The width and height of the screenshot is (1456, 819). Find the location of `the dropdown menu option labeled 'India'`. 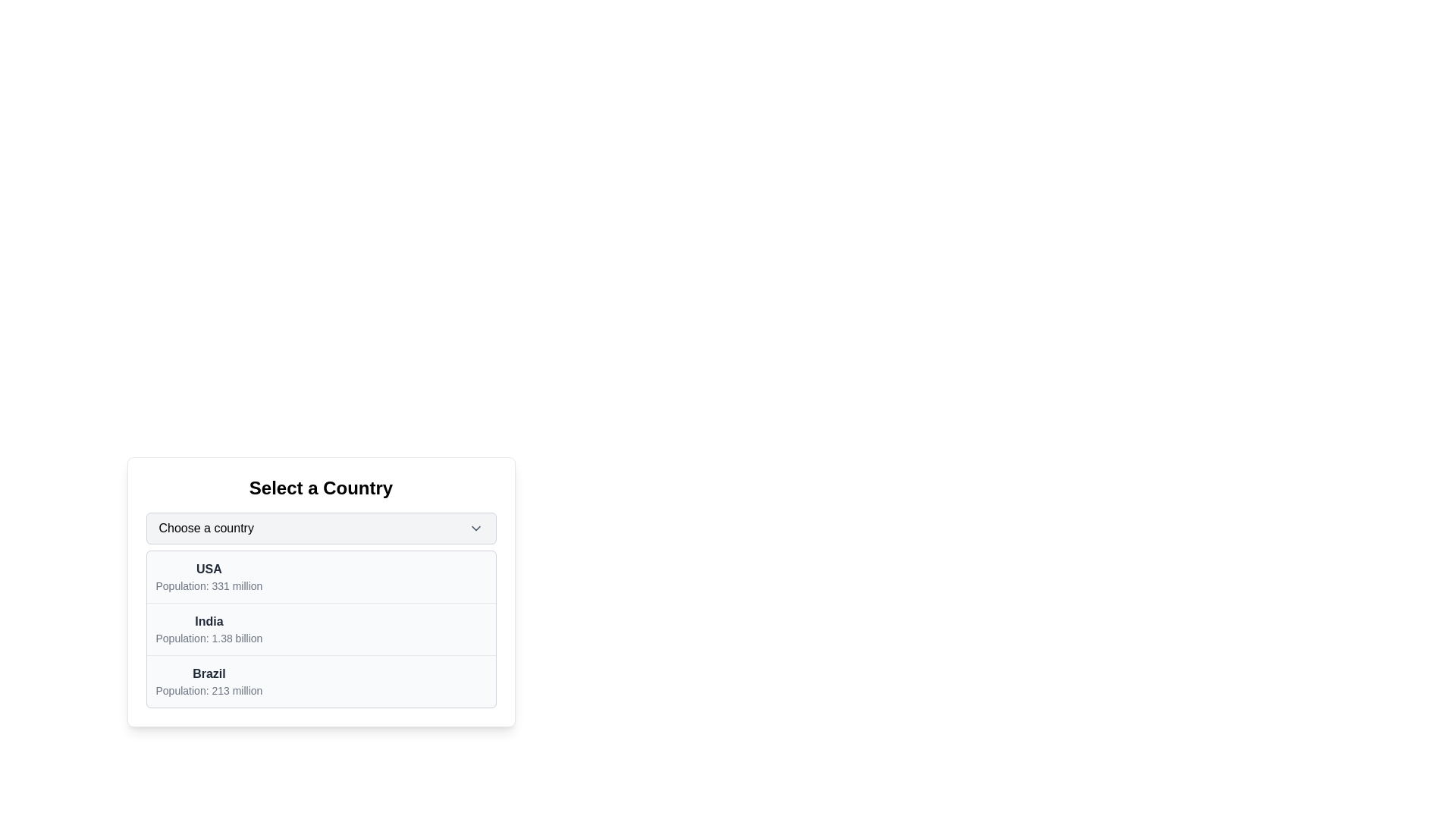

the dropdown menu option labeled 'India' is located at coordinates (320, 629).